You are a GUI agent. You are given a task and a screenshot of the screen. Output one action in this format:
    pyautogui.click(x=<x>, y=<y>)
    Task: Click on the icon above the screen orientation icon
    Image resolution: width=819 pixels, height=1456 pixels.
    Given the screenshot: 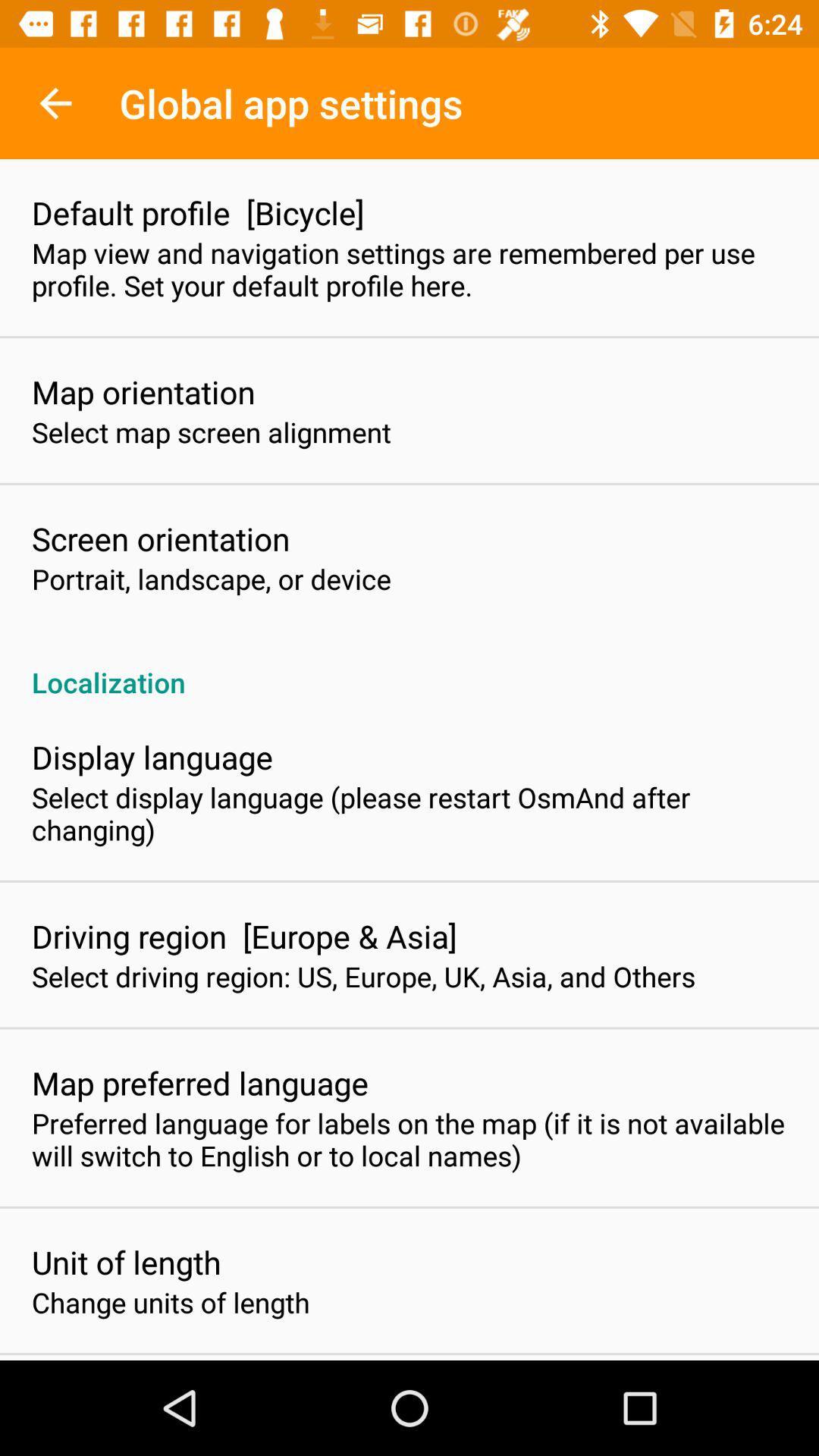 What is the action you would take?
    pyautogui.click(x=211, y=431)
    